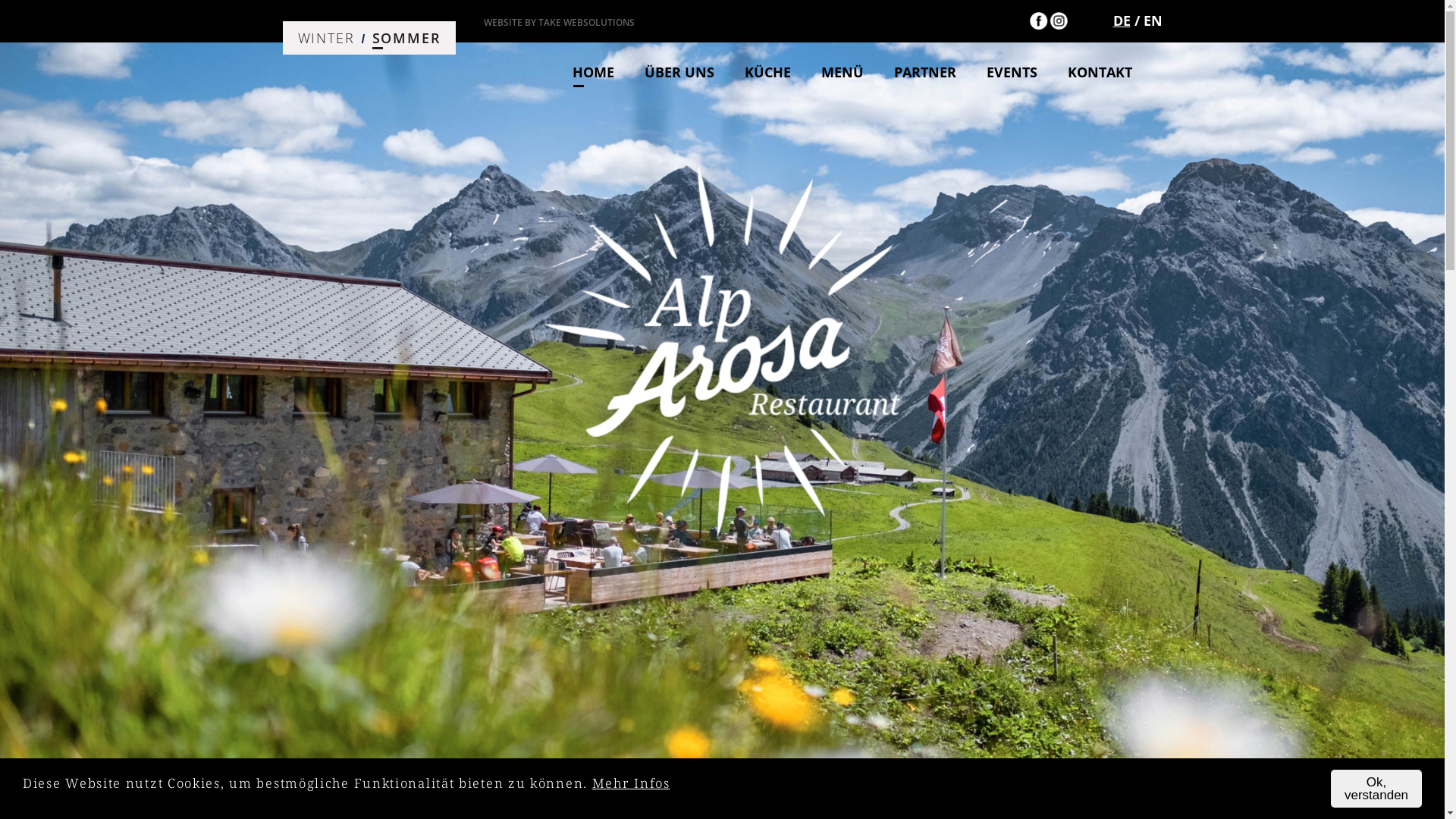 This screenshot has height=819, width=1456. What do you see at coordinates (406, 37) in the screenshot?
I see `'SOMMER'` at bounding box center [406, 37].